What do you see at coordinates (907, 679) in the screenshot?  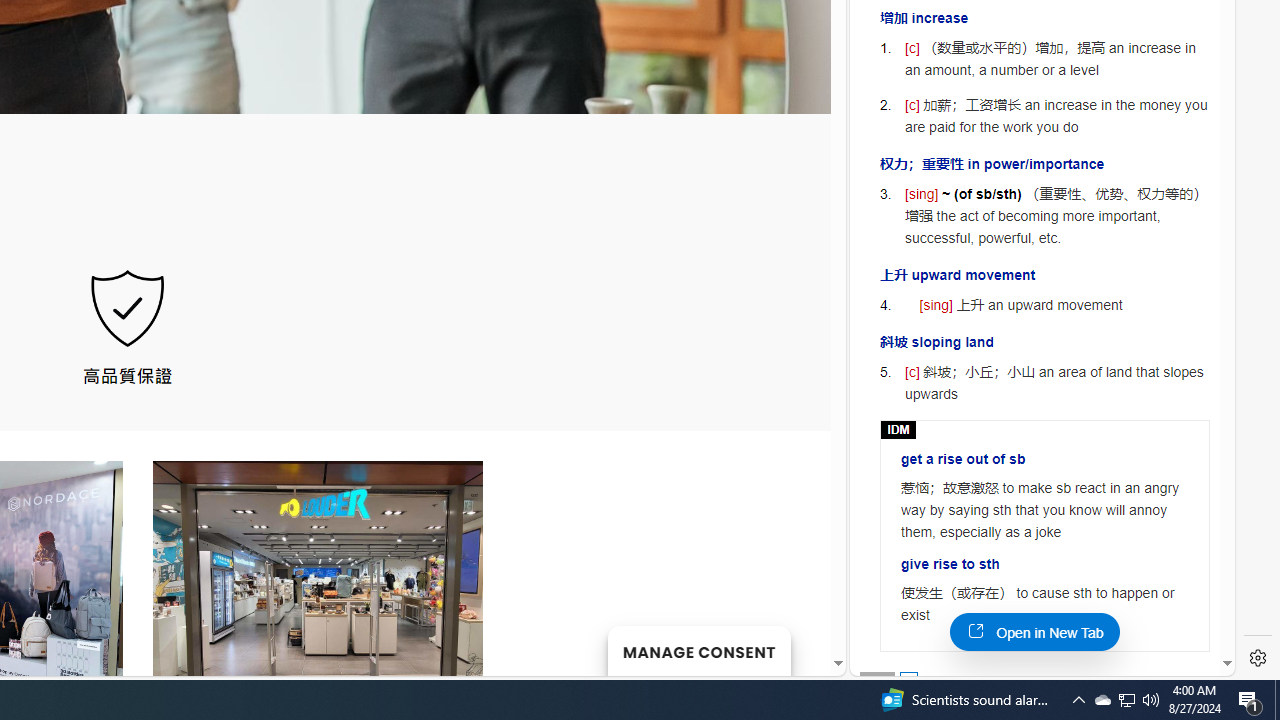 I see `'AutomationID: posbtn_1'` at bounding box center [907, 679].